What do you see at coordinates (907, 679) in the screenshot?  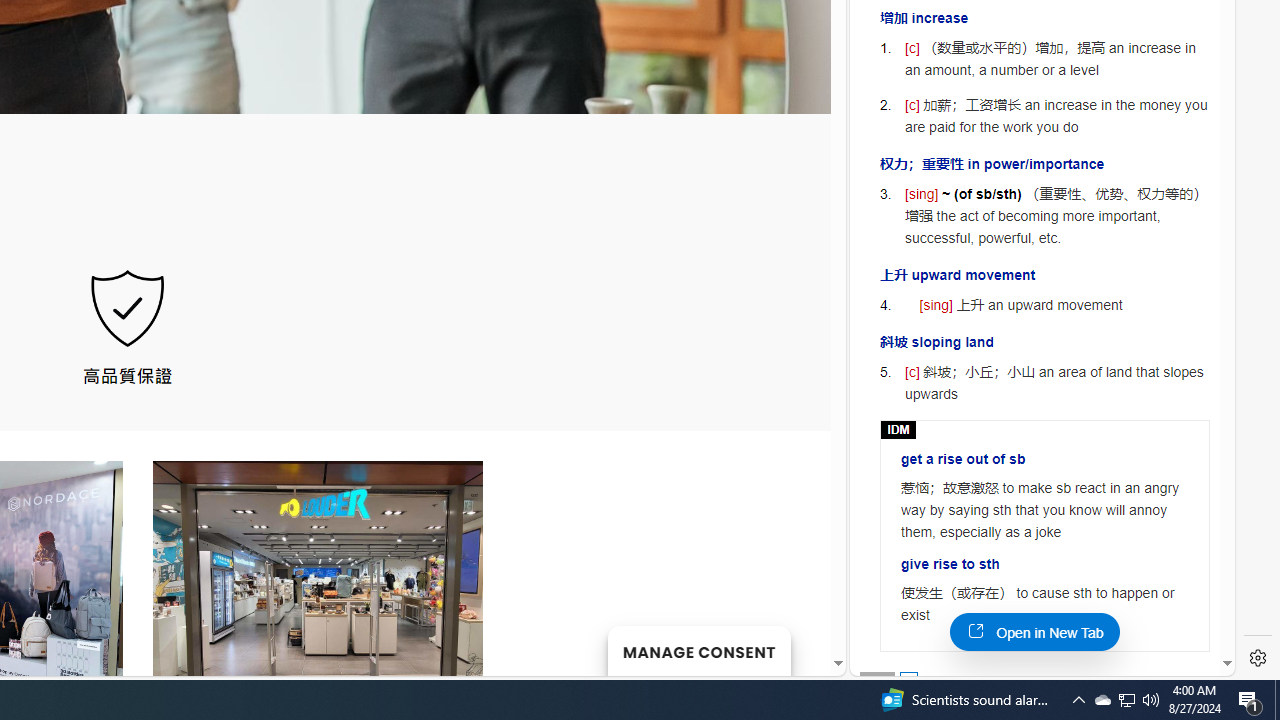 I see `'AutomationID: posbtn_1'` at bounding box center [907, 679].